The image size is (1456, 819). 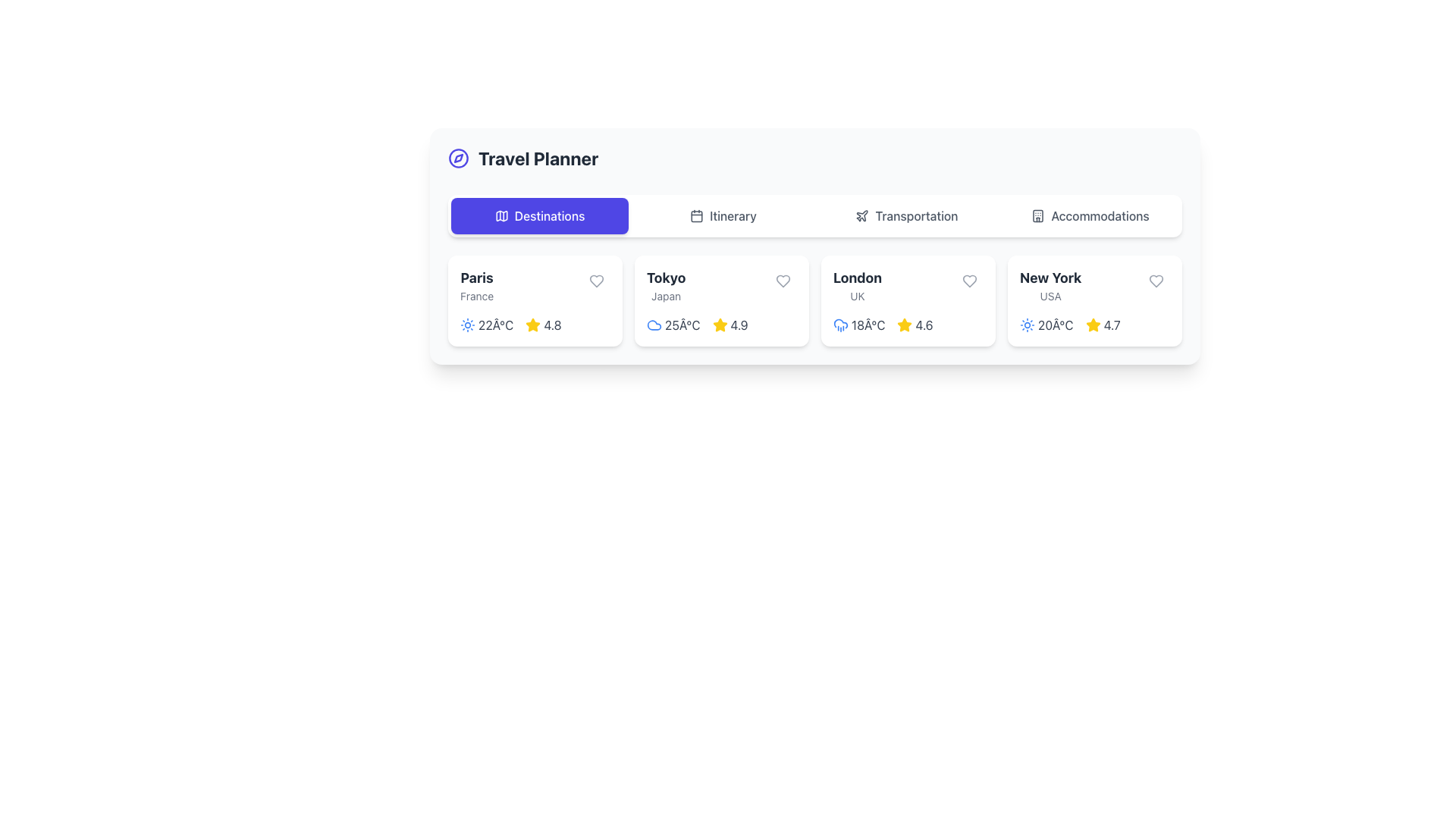 I want to click on the 'Itinerary' label in the navigation bar, which is the second interactive element, positioned between 'Destinations' and 'Transportation', so click(x=733, y=216).